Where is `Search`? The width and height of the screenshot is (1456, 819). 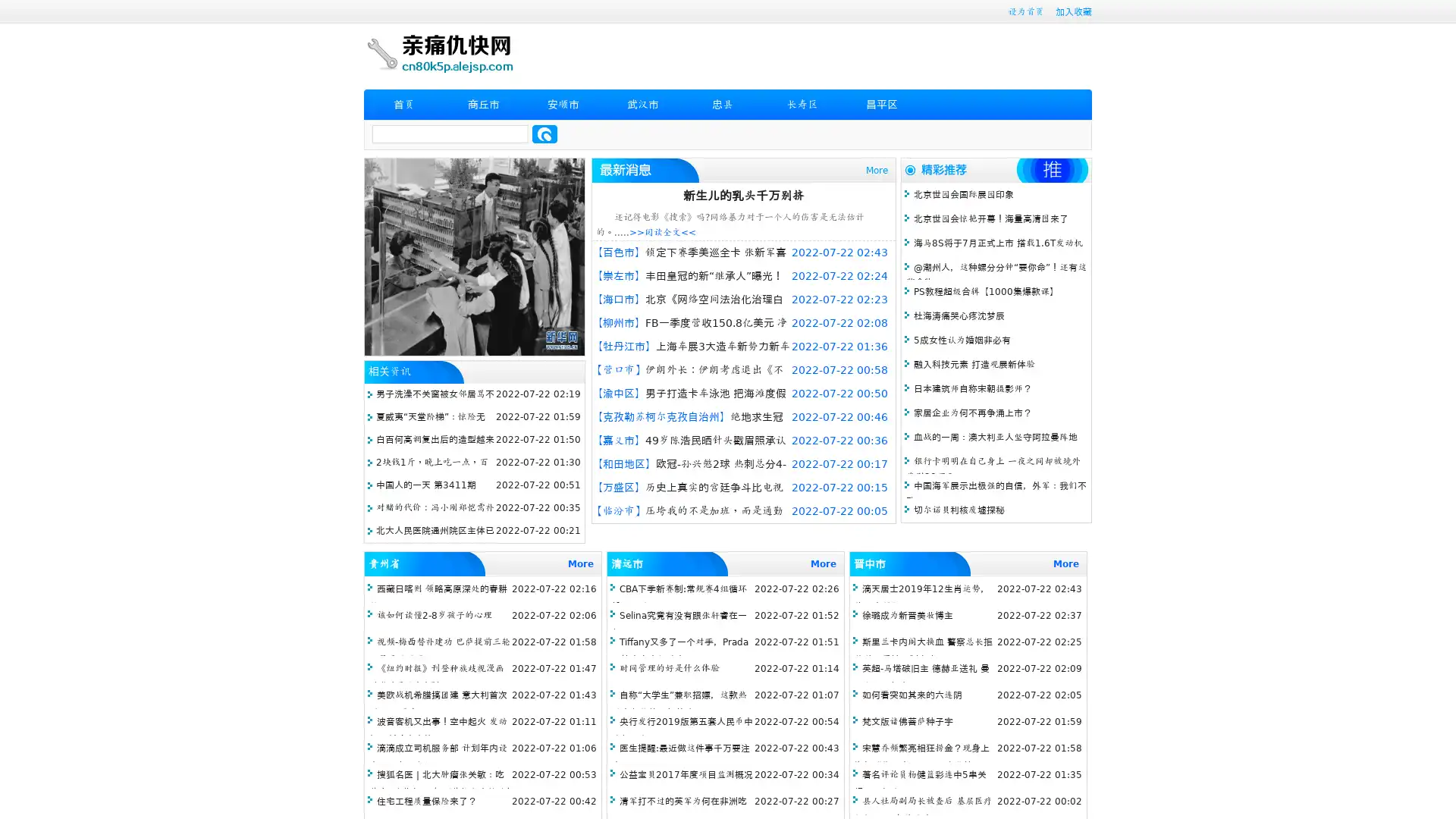
Search is located at coordinates (544, 133).